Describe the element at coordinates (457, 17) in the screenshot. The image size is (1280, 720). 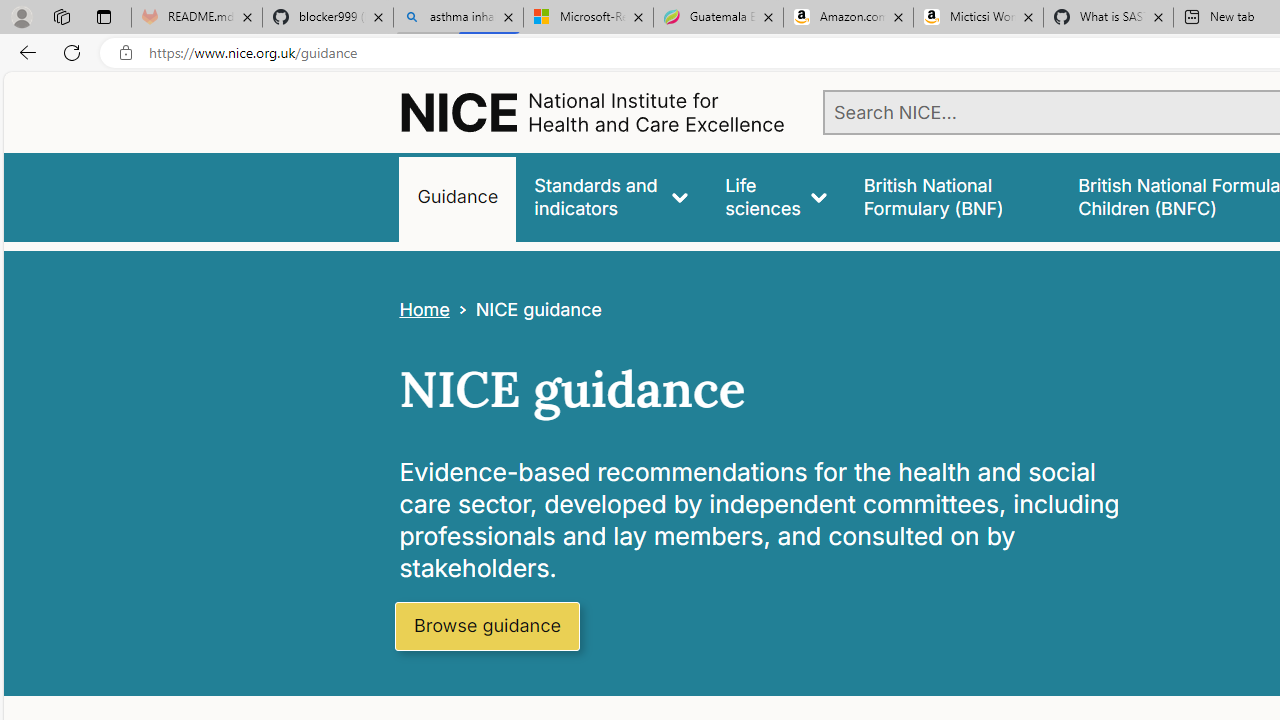
I see `'asthma inhaler - Search'` at that location.